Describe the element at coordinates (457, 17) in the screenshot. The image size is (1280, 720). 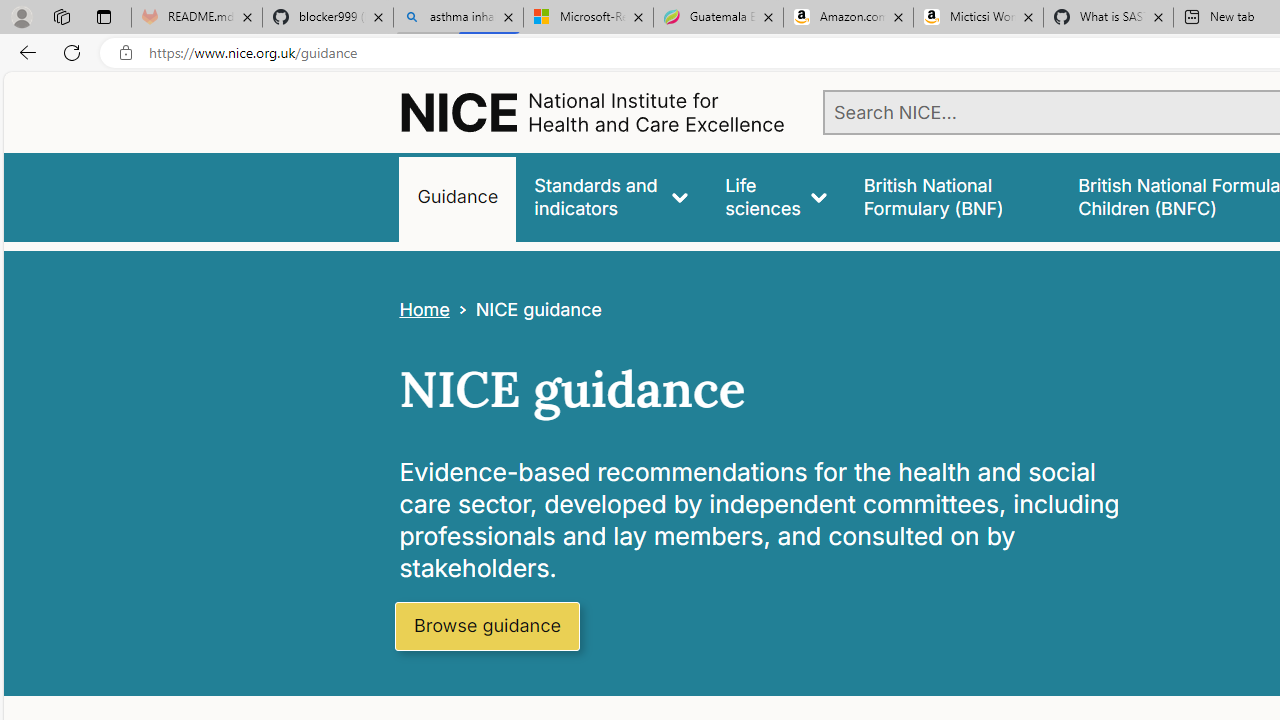
I see `'asthma inhaler - Search'` at that location.